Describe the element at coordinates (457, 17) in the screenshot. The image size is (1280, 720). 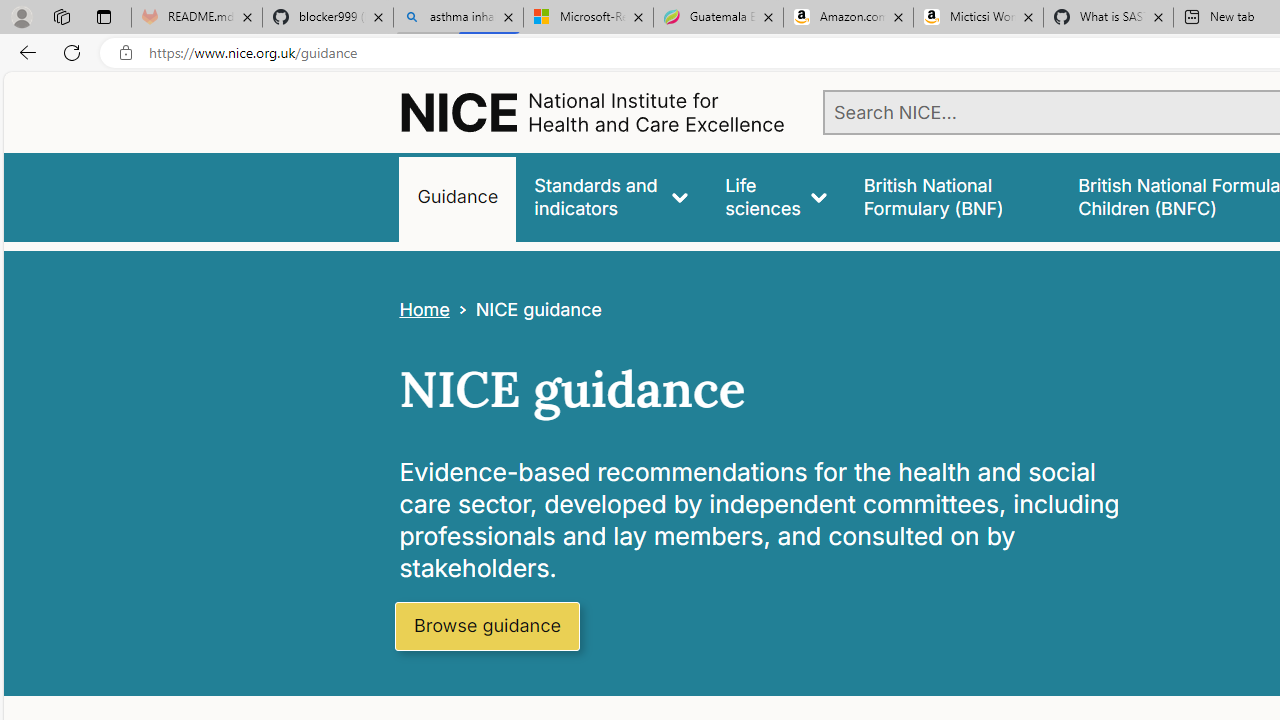
I see `'asthma inhaler - Search'` at that location.